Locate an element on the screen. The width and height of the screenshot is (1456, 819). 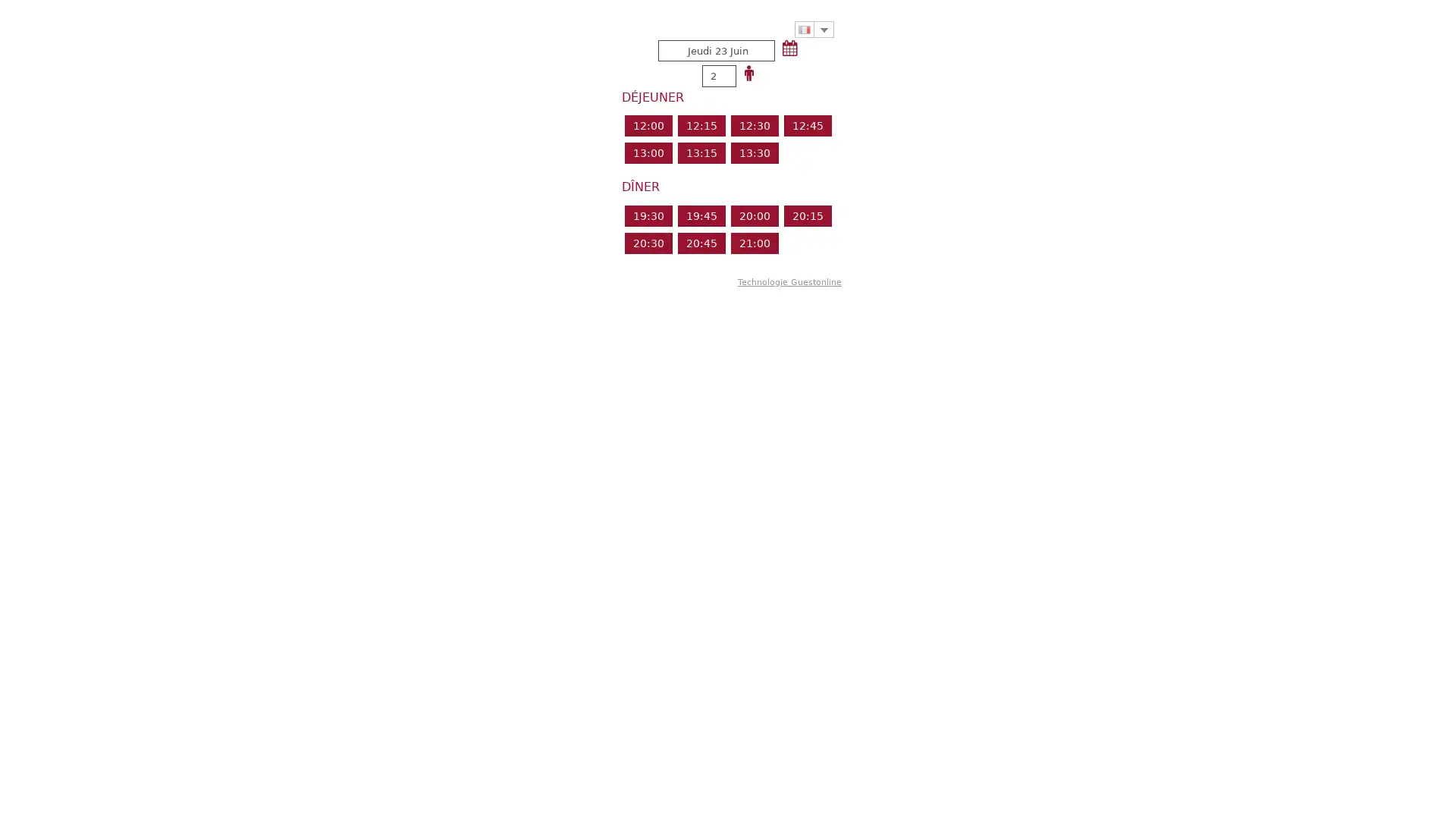
12:45 is located at coordinates (806, 124).